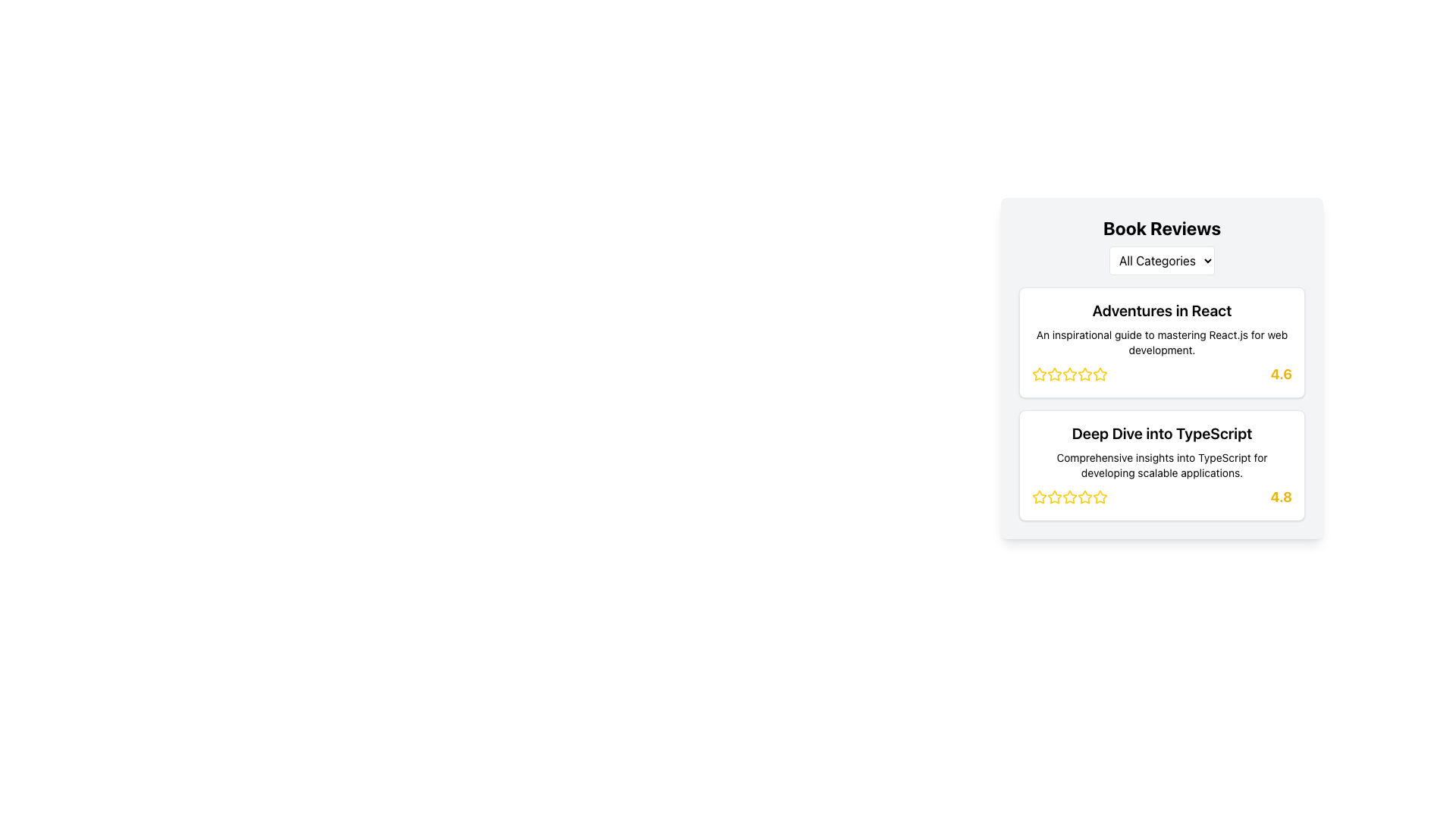 This screenshot has height=819, width=1456. What do you see at coordinates (1161, 374) in the screenshot?
I see `the Rating display section containing five star icons and the numerical rating '4.6' in bold yellow styling, located at the bottom of the 'Adventures in React' card` at bounding box center [1161, 374].